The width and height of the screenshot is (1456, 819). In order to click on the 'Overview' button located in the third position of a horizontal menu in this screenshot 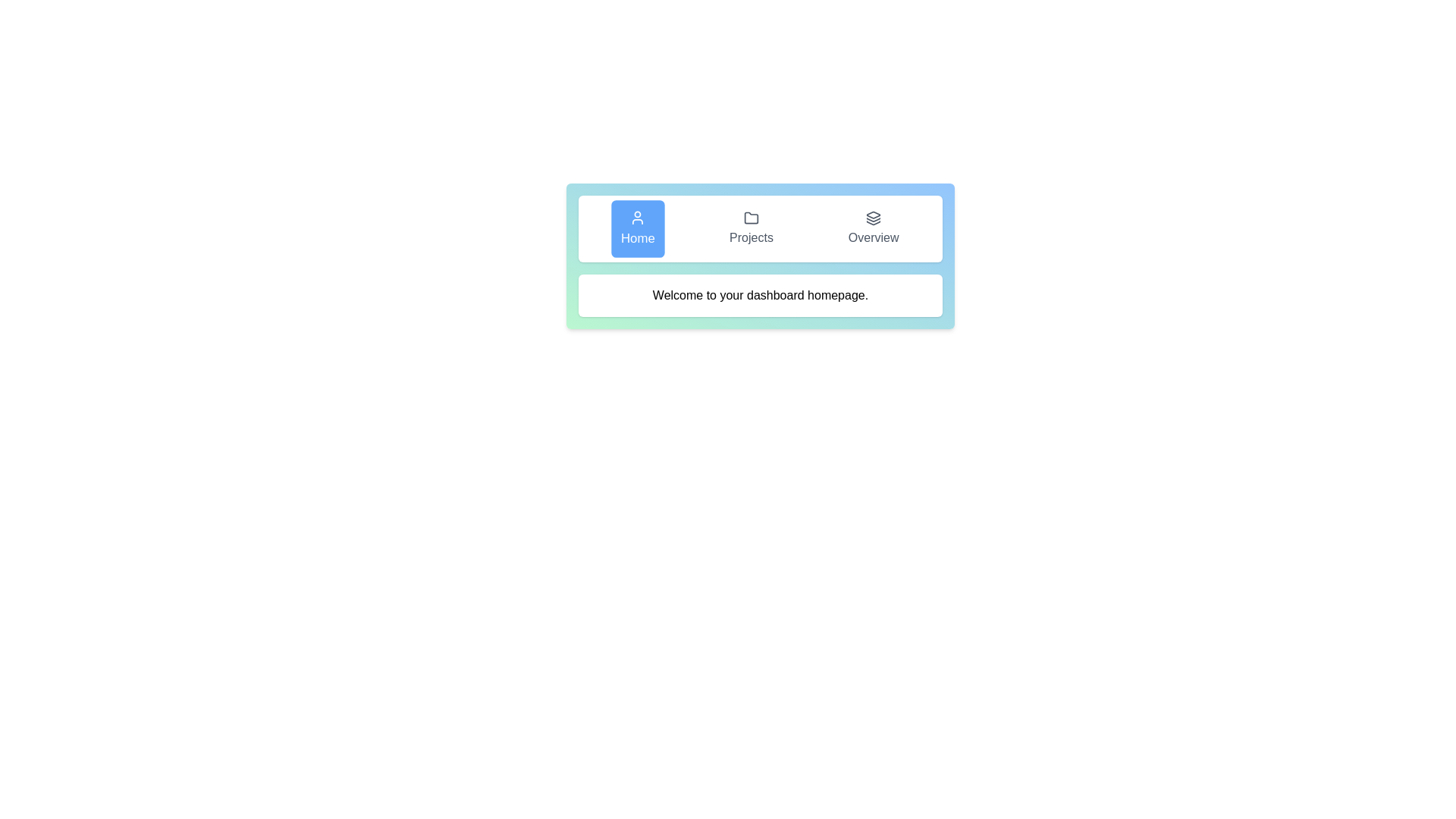, I will do `click(874, 228)`.